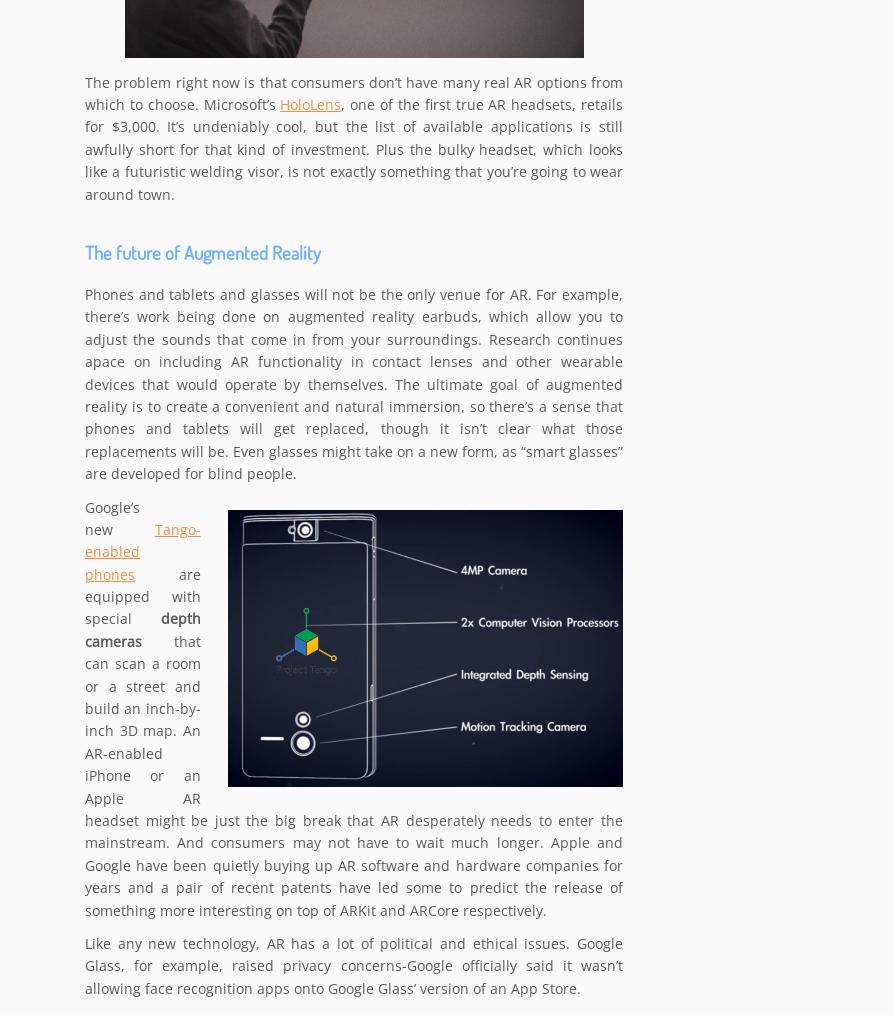 Image resolution: width=894 pixels, height=1015 pixels. What do you see at coordinates (353, 775) in the screenshot?
I see `'that can scan a room or a street and build an inch-by-inch 3D map. An AR-enabled iPhone or an Apple AR headset might be just the big break that AR desperately needs to enter the mainstream. And consumers may not have to wait much longer. Apple and Google have been quietly buying up AR software and hardware companies for years and a pair of recent patents have led some to predict the release of something more interesting on top of ARKit and ARCore respectively.'` at bounding box center [353, 775].